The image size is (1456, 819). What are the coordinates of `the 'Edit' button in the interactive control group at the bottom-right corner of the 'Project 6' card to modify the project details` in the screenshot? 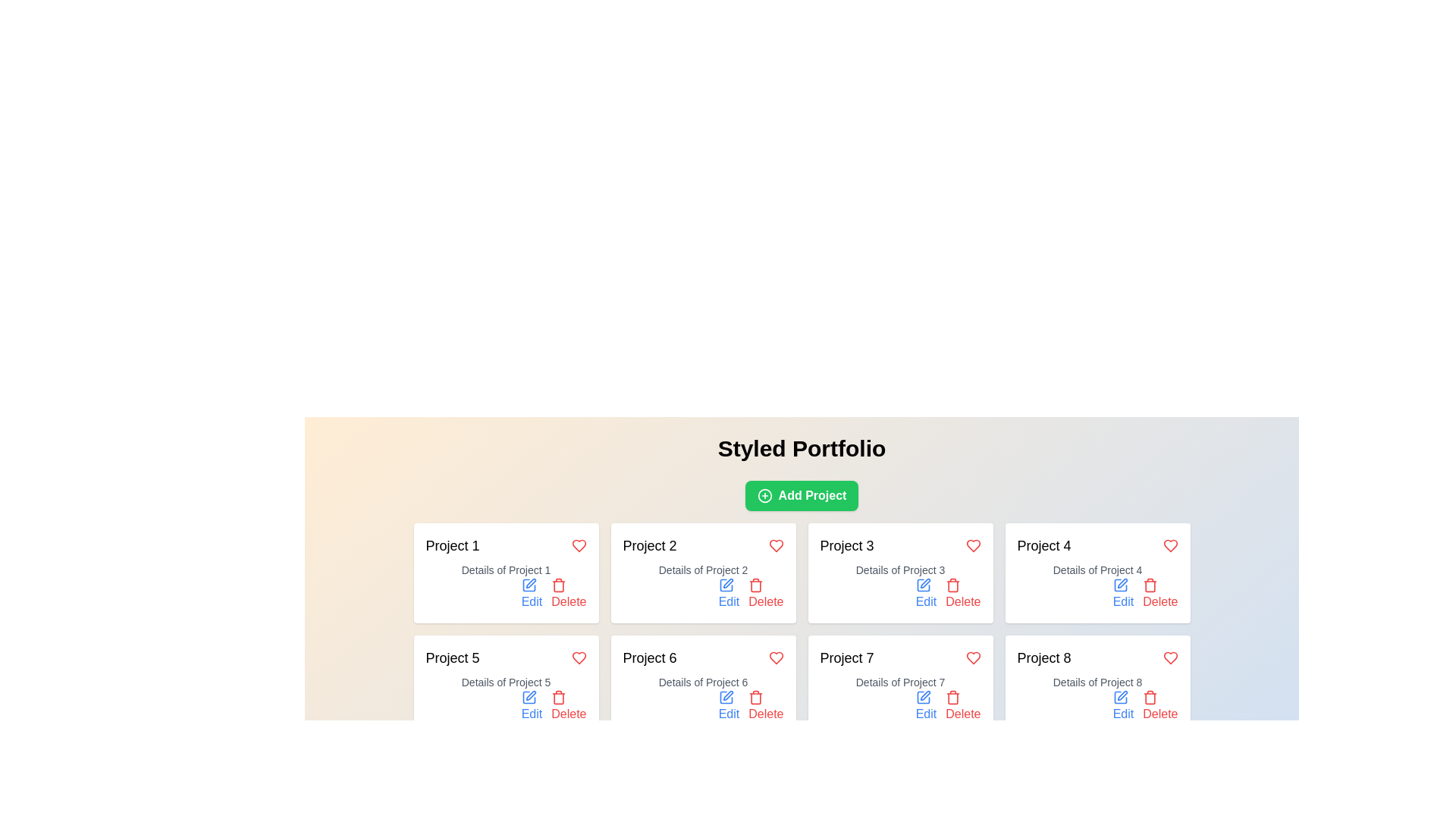 It's located at (702, 707).